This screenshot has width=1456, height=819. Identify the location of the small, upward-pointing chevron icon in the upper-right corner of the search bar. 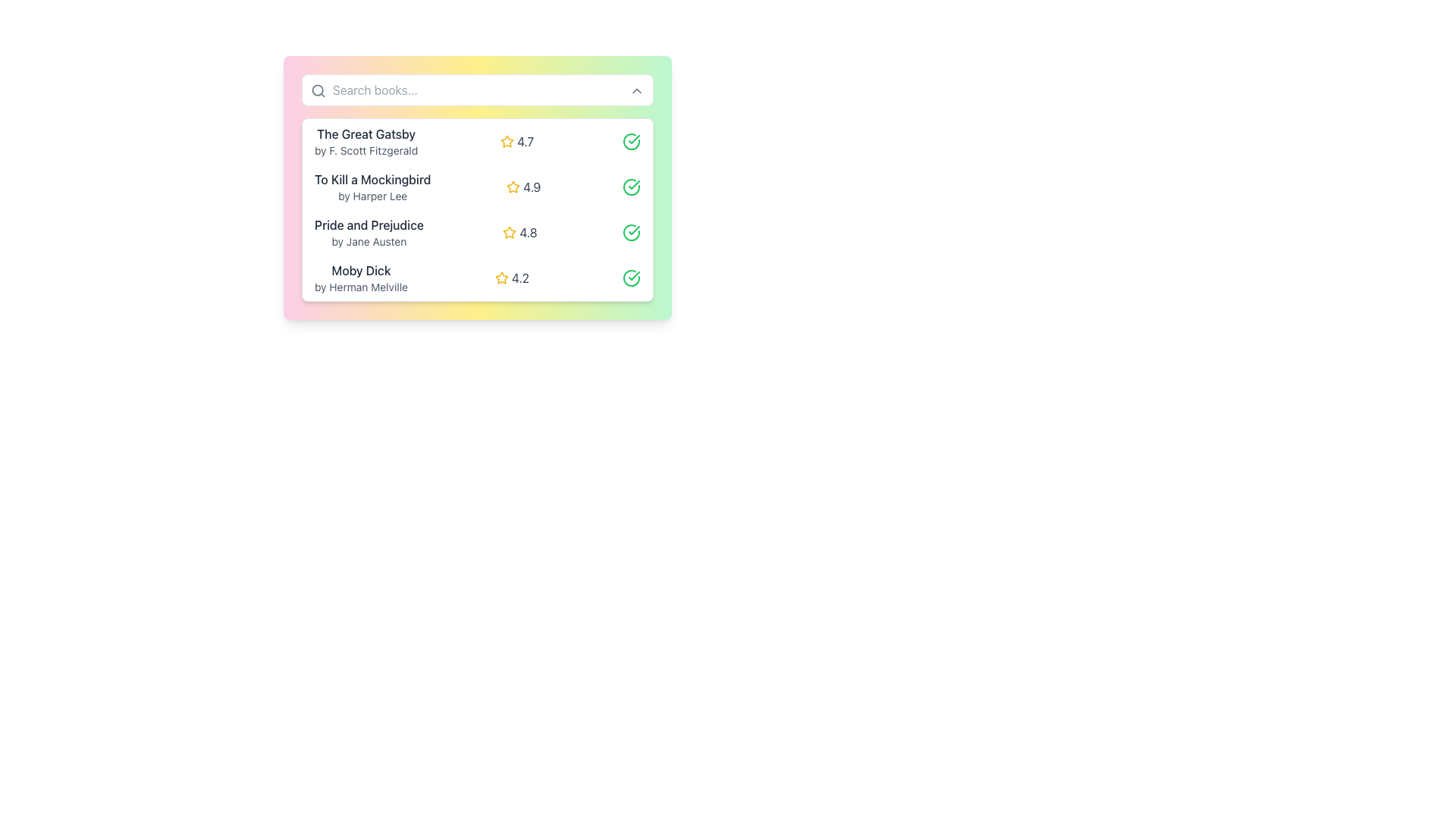
(637, 90).